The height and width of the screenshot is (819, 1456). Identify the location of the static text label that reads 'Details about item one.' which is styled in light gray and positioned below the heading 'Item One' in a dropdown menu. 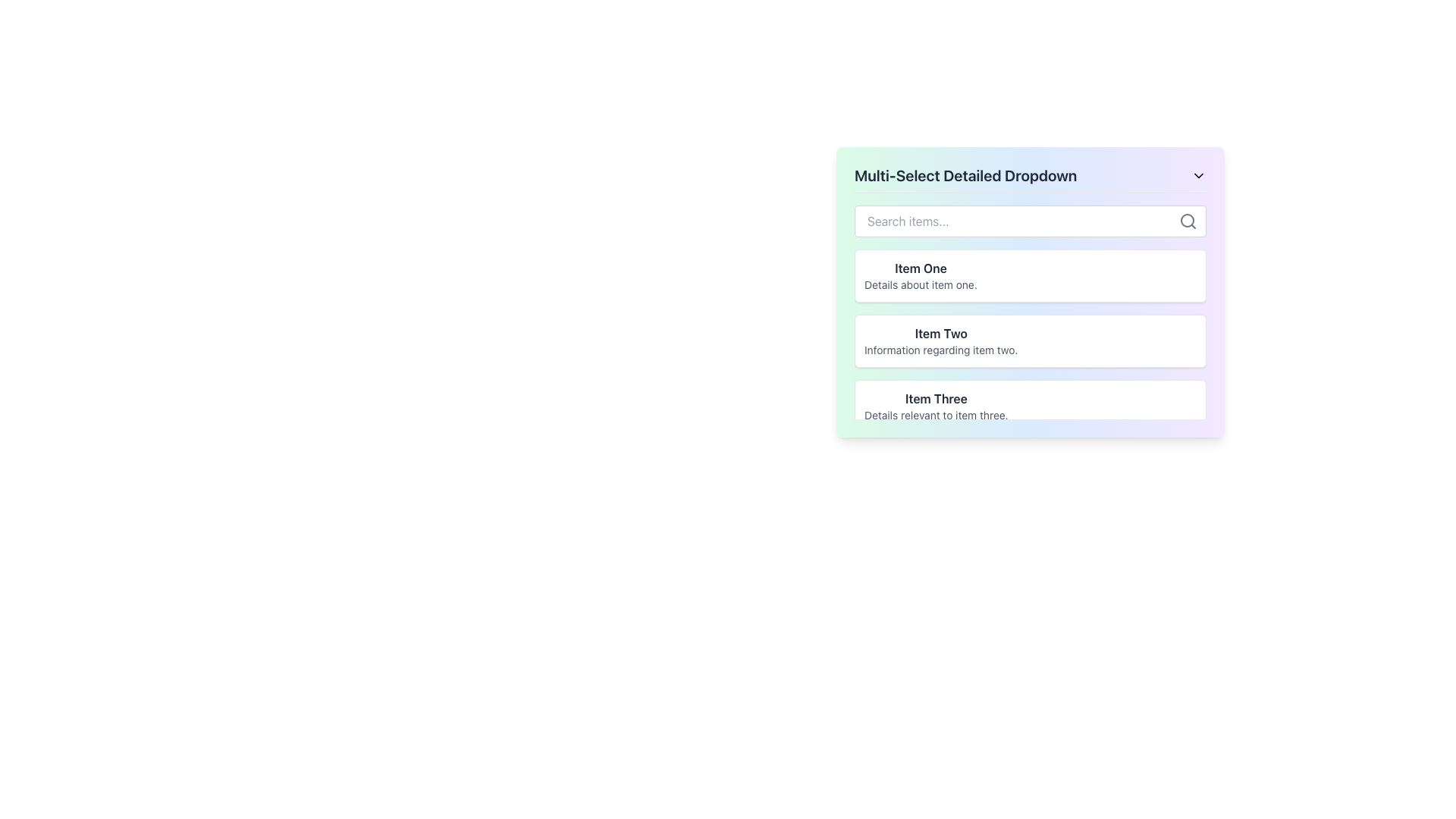
(920, 284).